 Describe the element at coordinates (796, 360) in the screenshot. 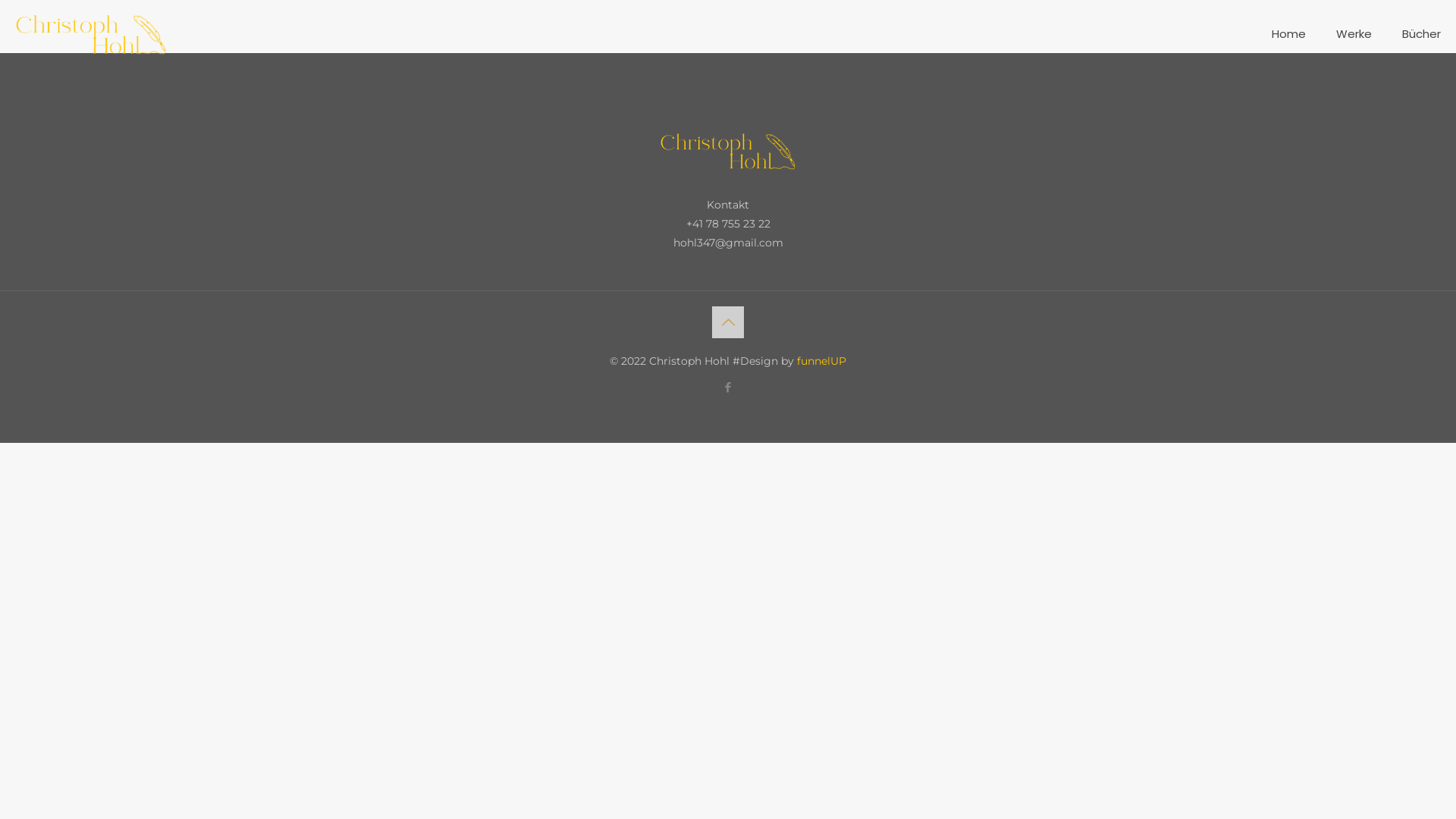

I see `'funnelUP'` at that location.